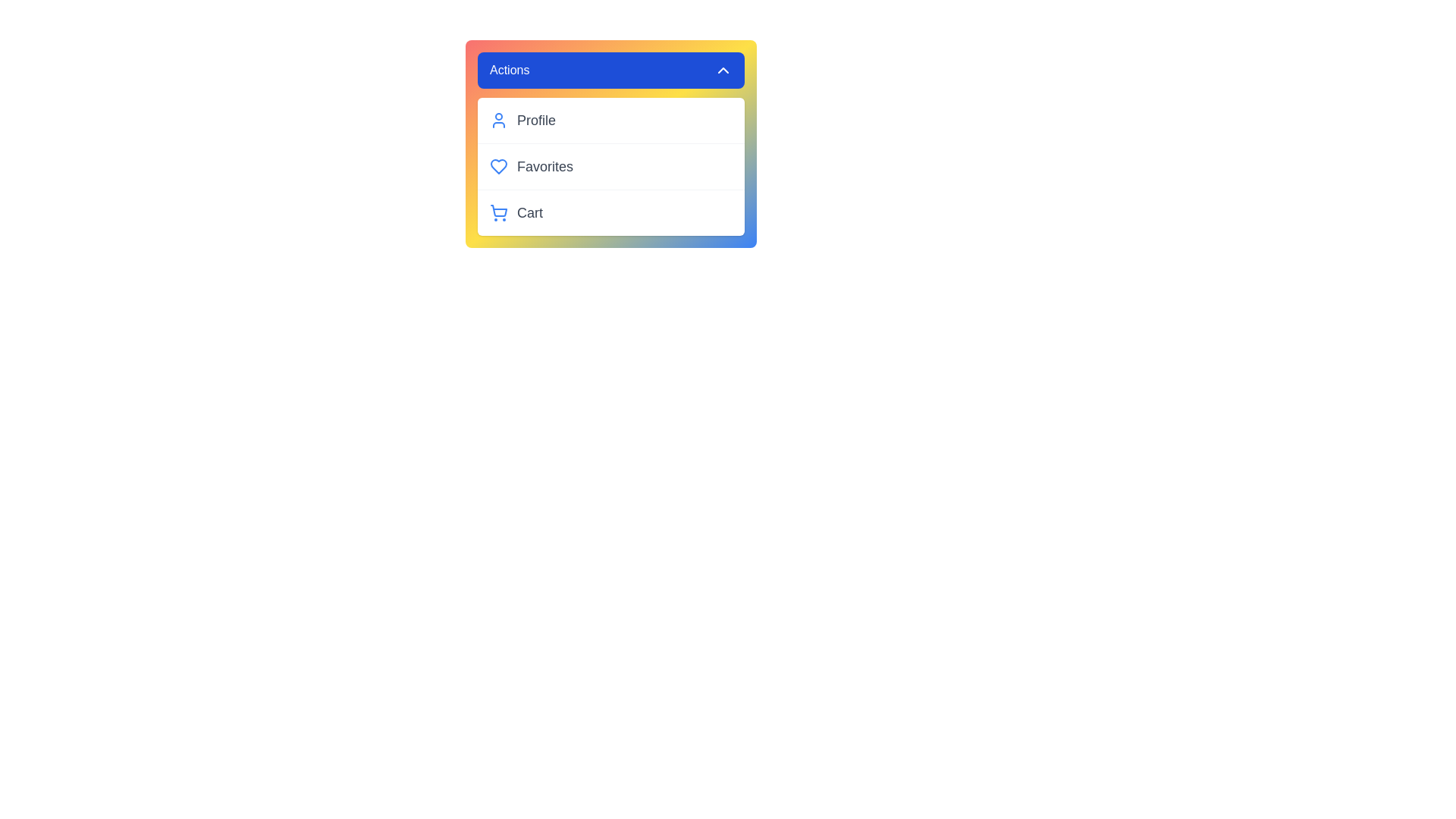 Image resolution: width=1456 pixels, height=819 pixels. Describe the element at coordinates (611, 212) in the screenshot. I see `the third item in the dropdown menu that navigates to the cart page, positioned below 'Profile' and 'Favorites'` at that location.